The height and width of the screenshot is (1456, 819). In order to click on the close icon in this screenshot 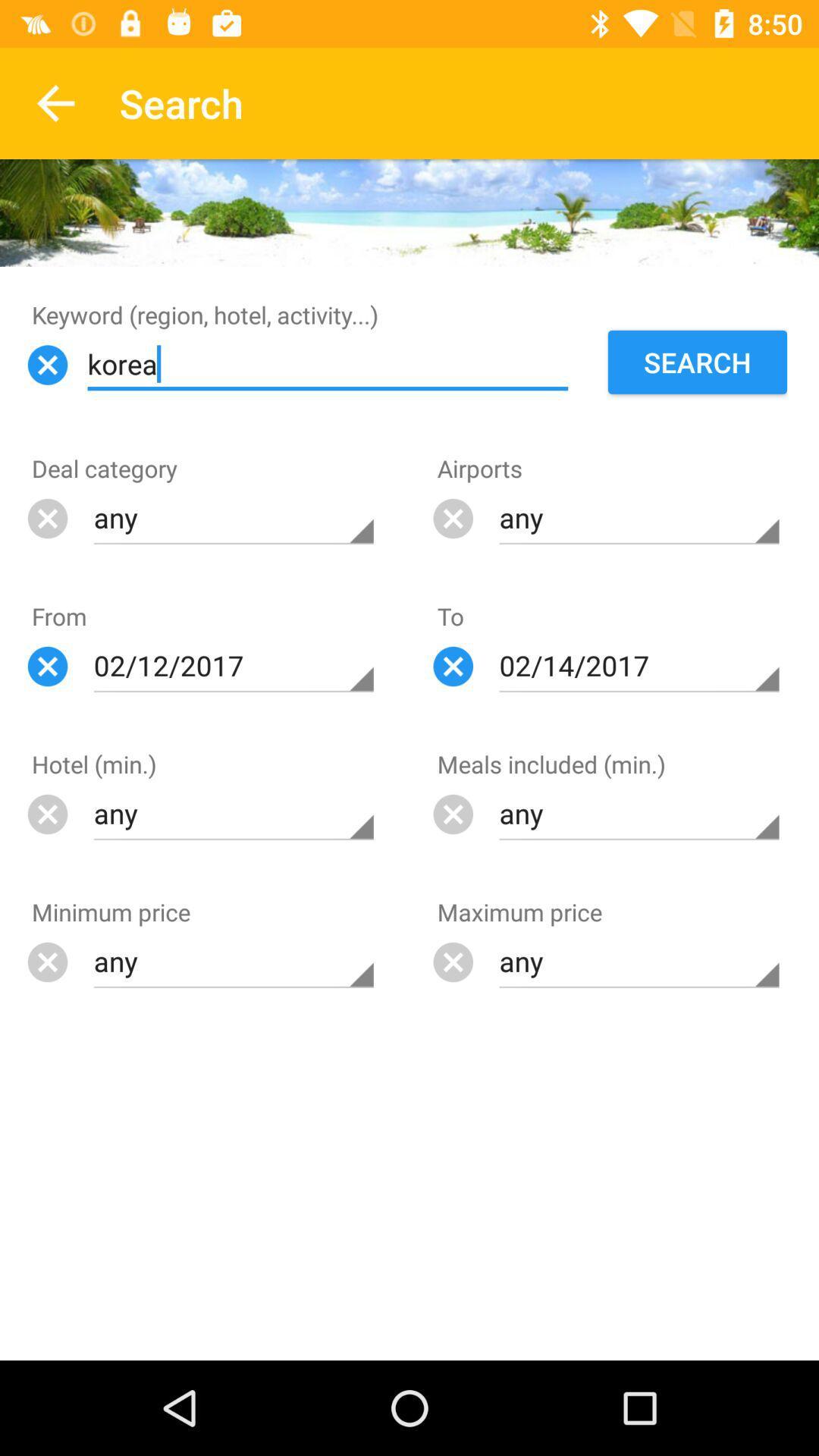, I will do `click(46, 519)`.